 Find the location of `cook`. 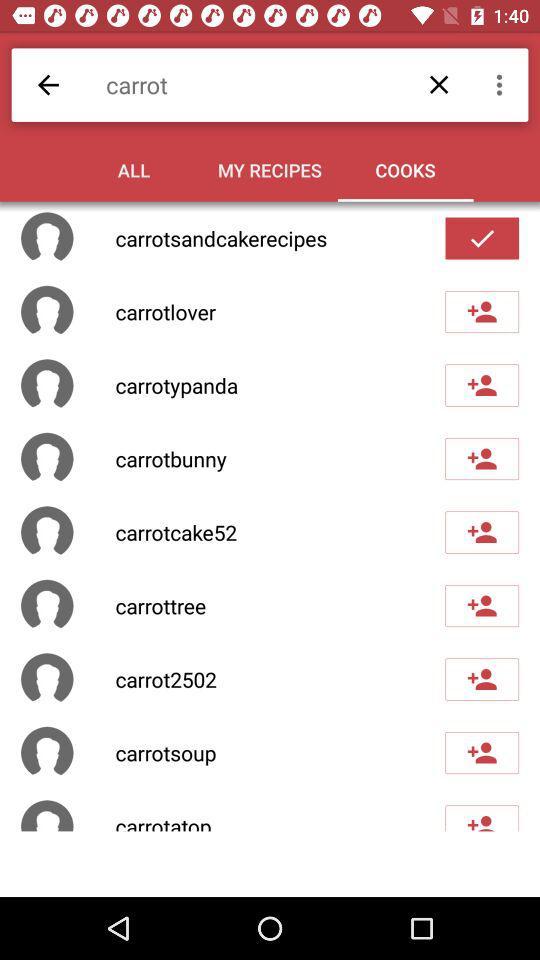

cook is located at coordinates (481, 238).